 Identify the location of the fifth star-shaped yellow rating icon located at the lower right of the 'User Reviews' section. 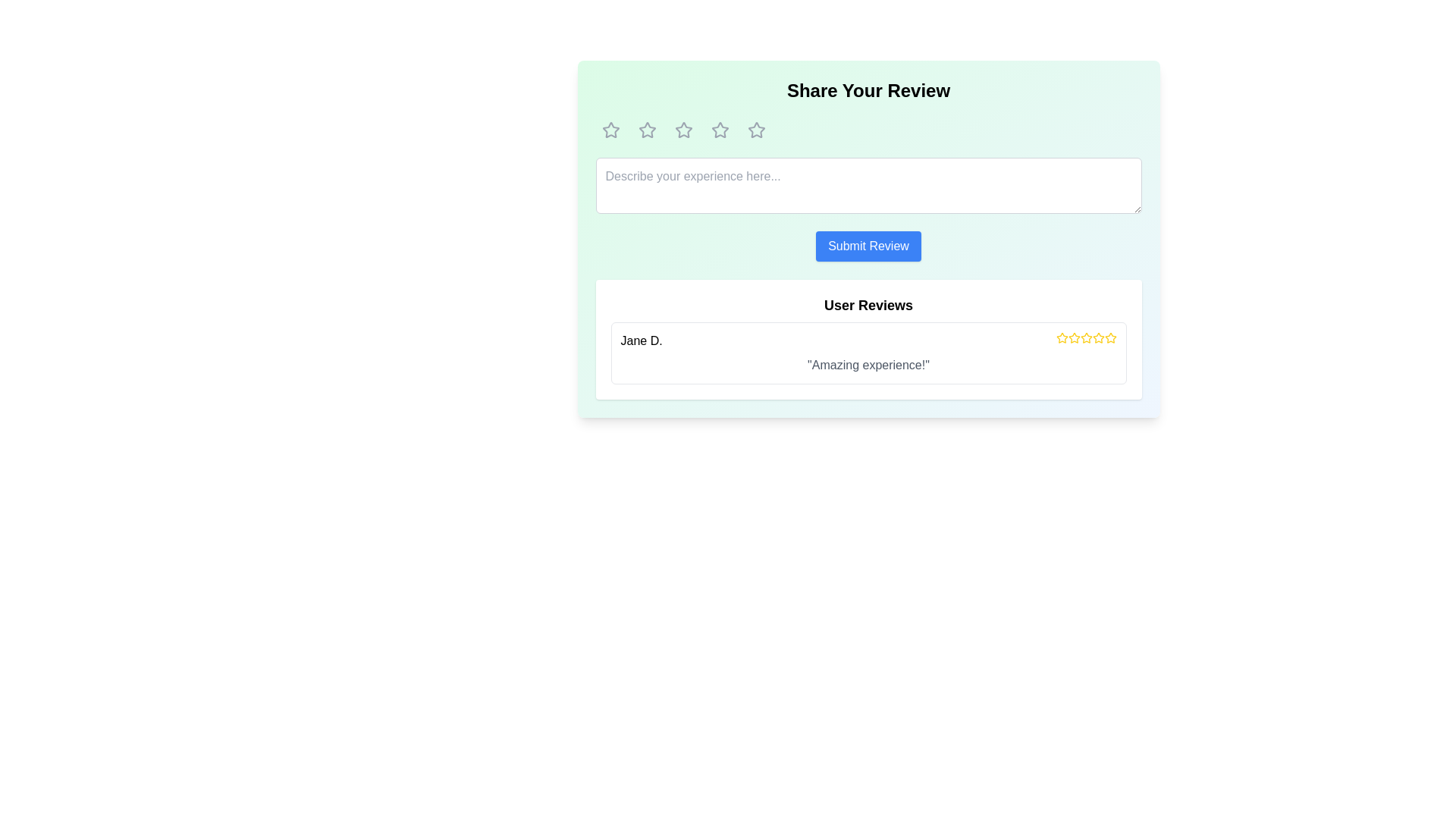
(1110, 337).